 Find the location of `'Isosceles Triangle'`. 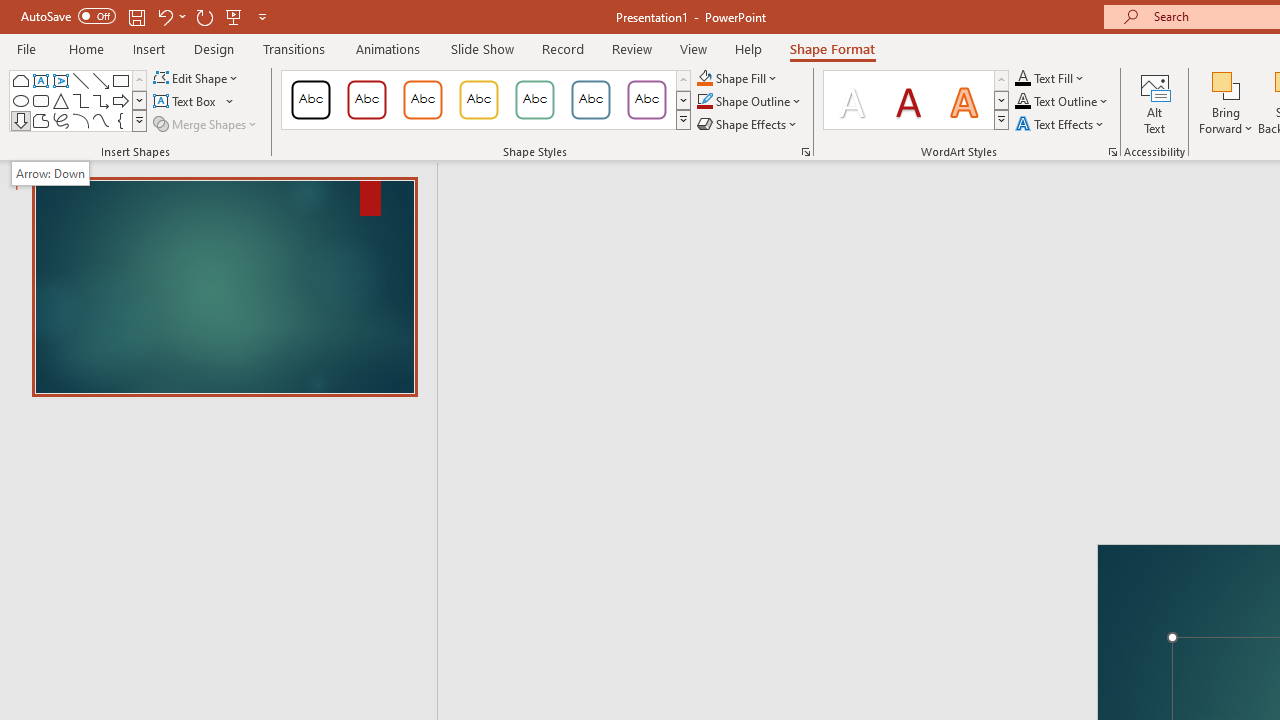

'Isosceles Triangle' is located at coordinates (60, 100).